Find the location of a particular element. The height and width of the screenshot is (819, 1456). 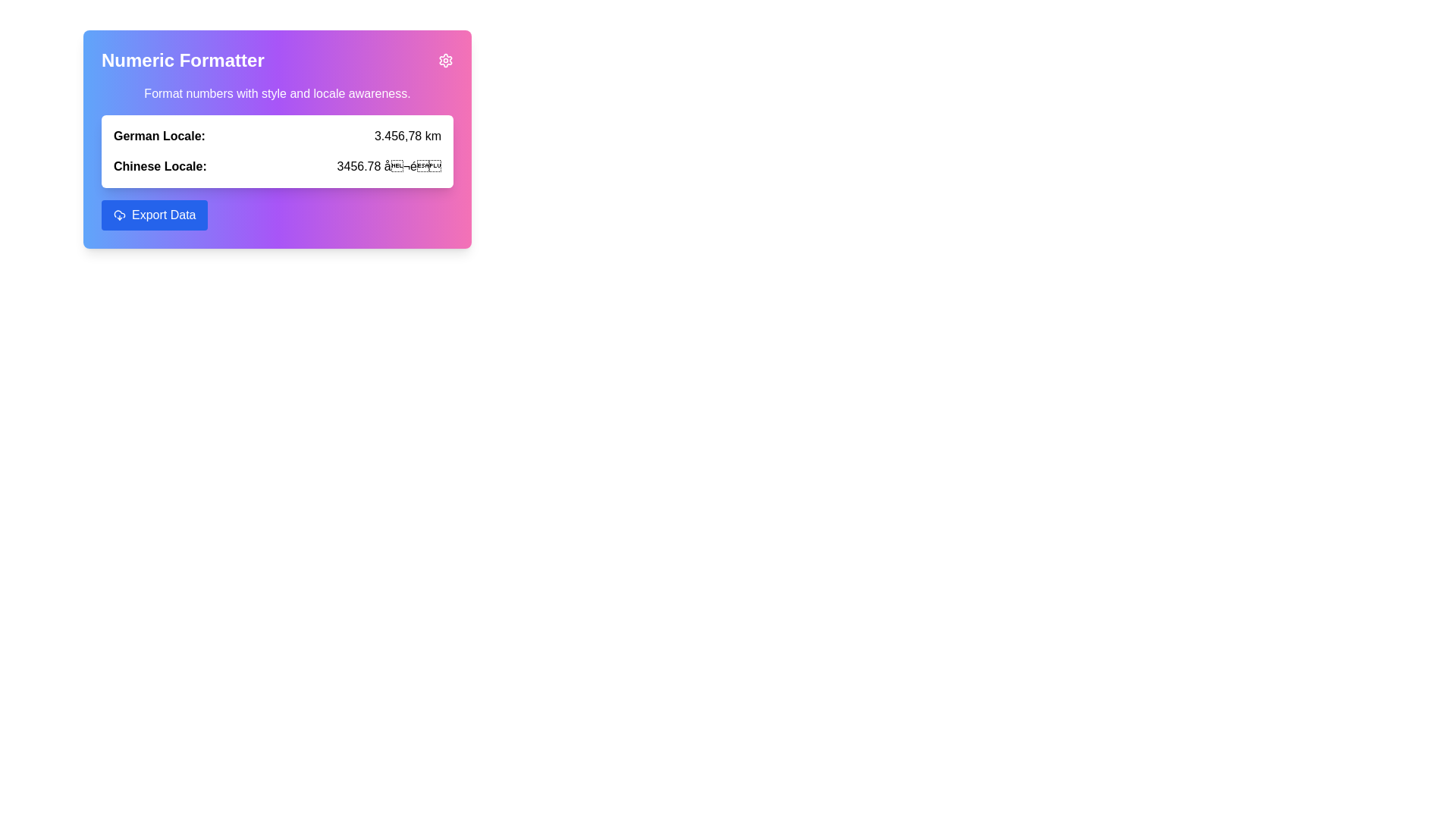

the circular gear icon with a pink background located at the top-right corner of the 'Numeric Formatter' section is located at coordinates (445, 60).